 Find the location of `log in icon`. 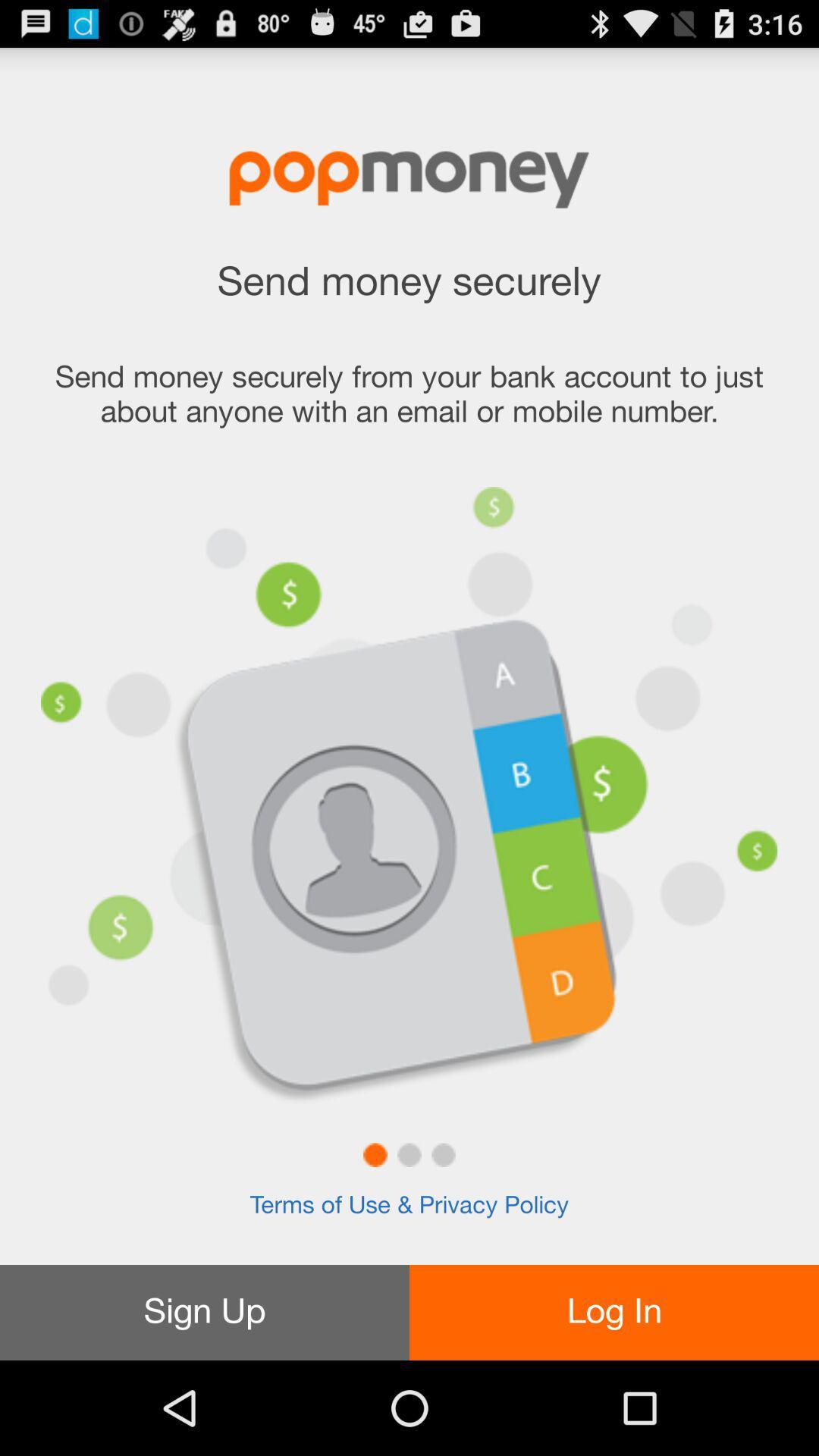

log in icon is located at coordinates (614, 1312).